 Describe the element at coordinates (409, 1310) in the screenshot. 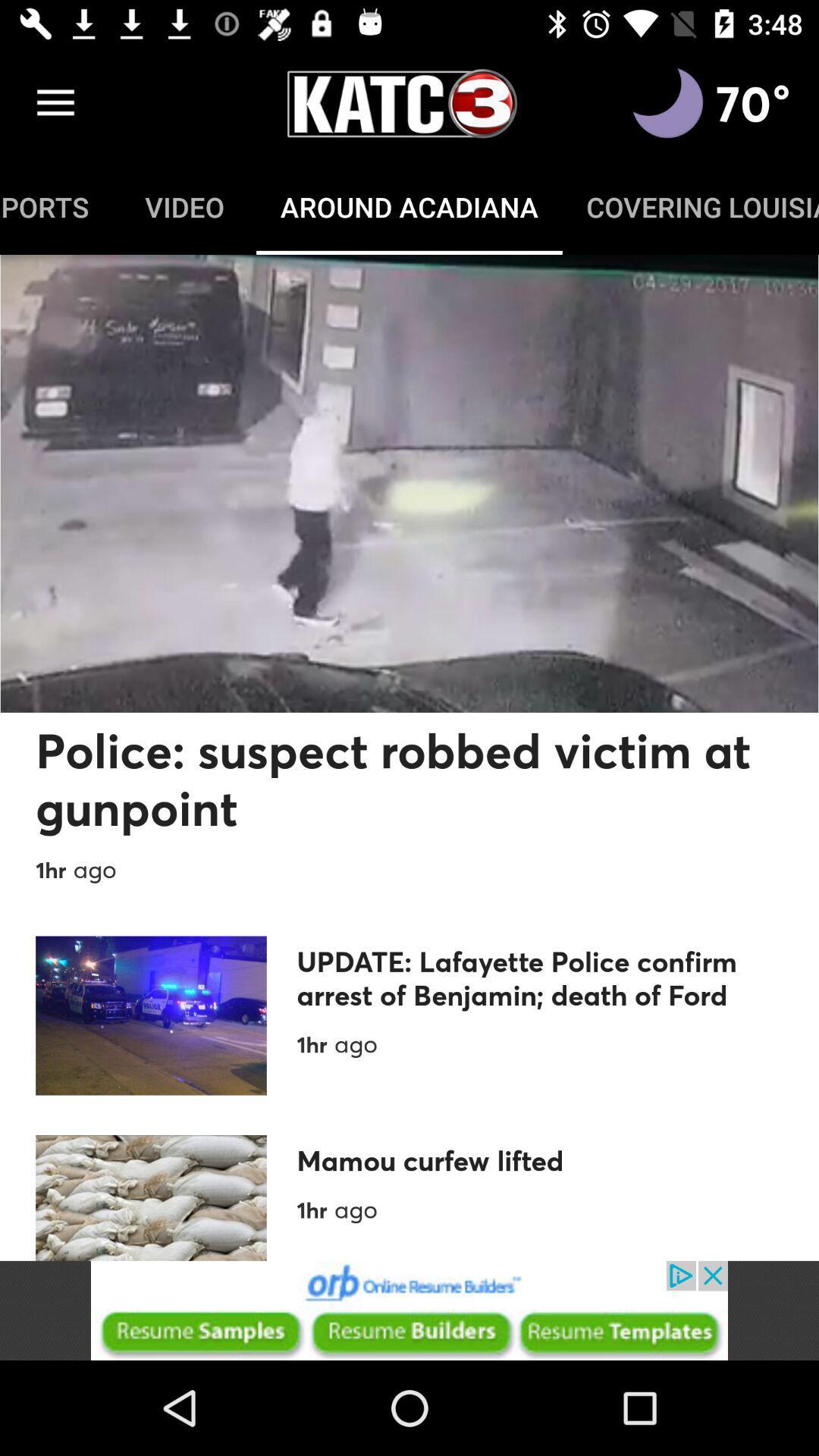

I see `opens advertisement` at that location.